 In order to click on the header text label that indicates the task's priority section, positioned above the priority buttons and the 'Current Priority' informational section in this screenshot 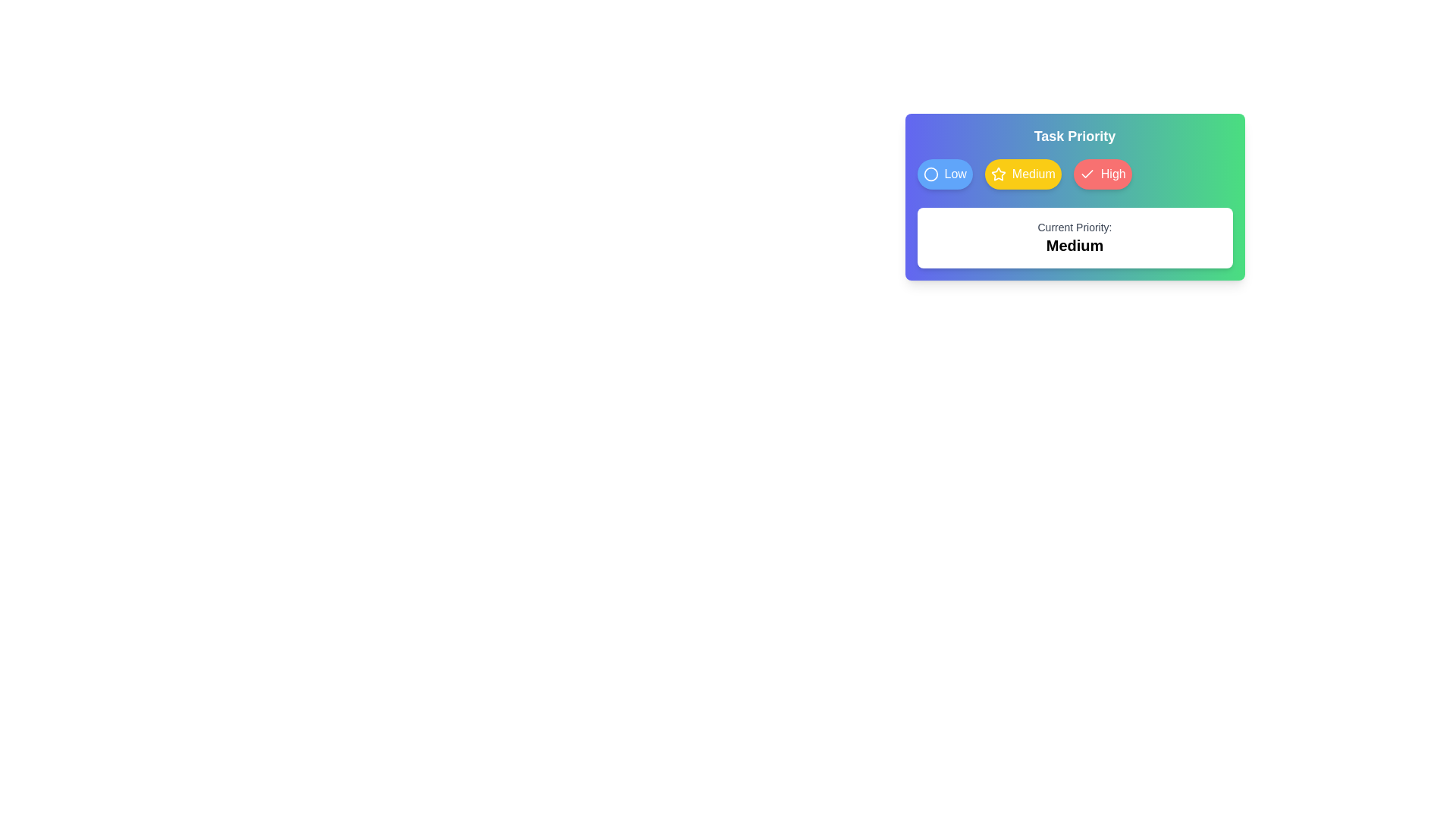, I will do `click(1074, 136)`.